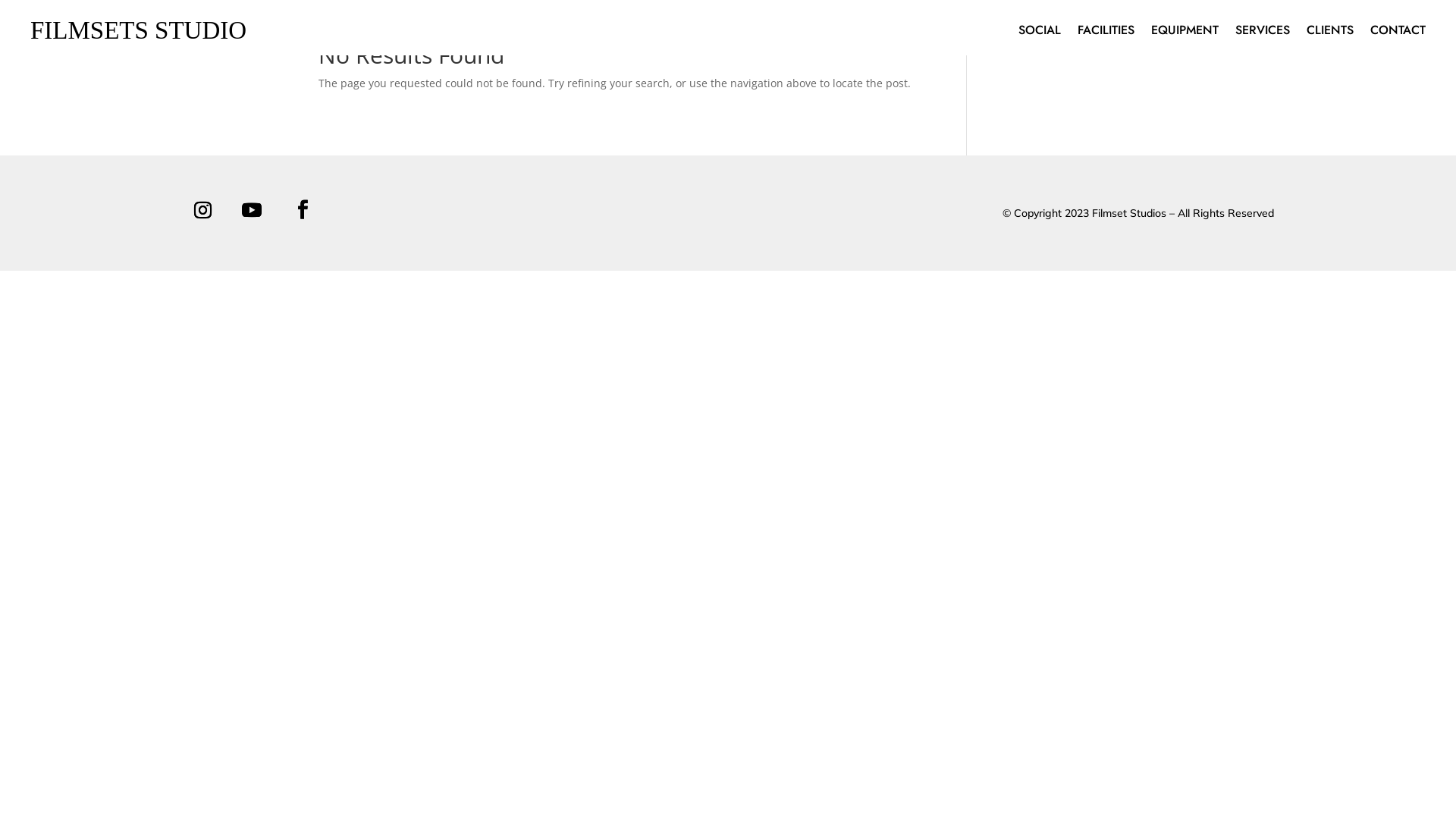 The width and height of the screenshot is (1456, 819). I want to click on 'CLIENTS', so click(1329, 33).